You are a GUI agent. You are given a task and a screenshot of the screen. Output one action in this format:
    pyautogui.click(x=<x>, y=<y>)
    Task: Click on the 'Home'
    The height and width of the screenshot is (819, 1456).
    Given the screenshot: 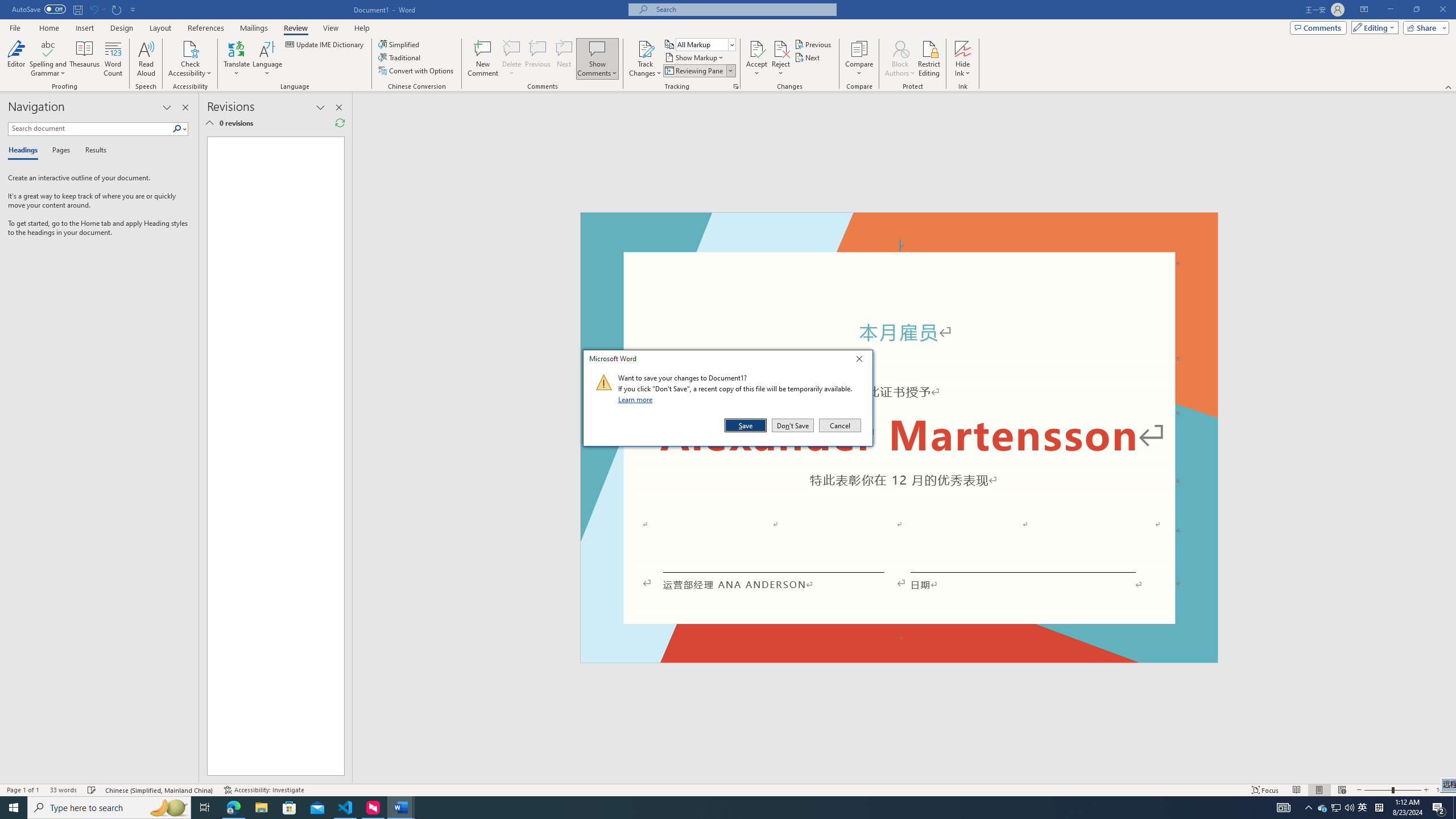 What is the action you would take?
    pyautogui.click(x=48, y=28)
    